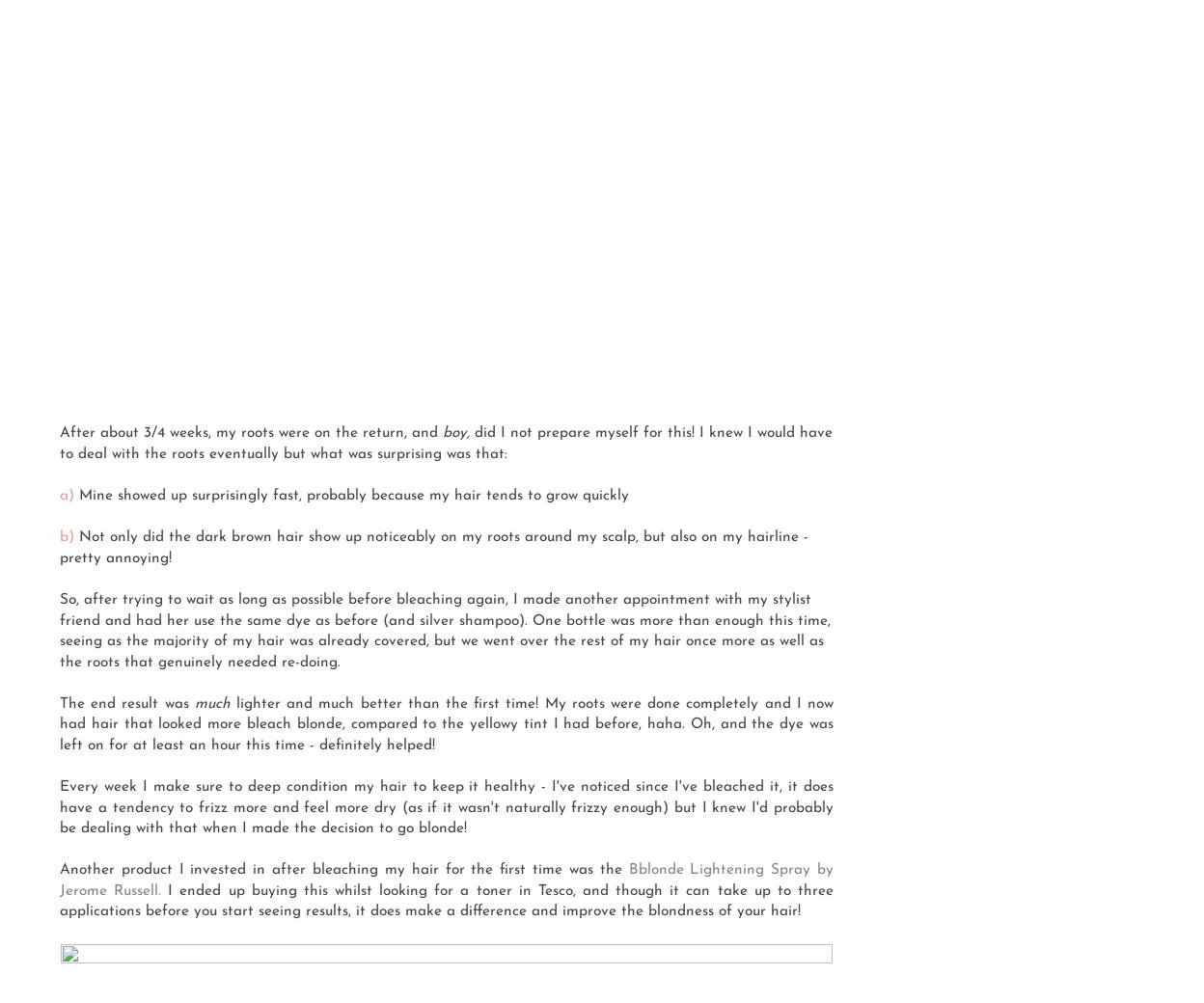 The width and height of the screenshot is (1204, 1003). What do you see at coordinates (126, 703) in the screenshot?
I see `'The end result was'` at bounding box center [126, 703].